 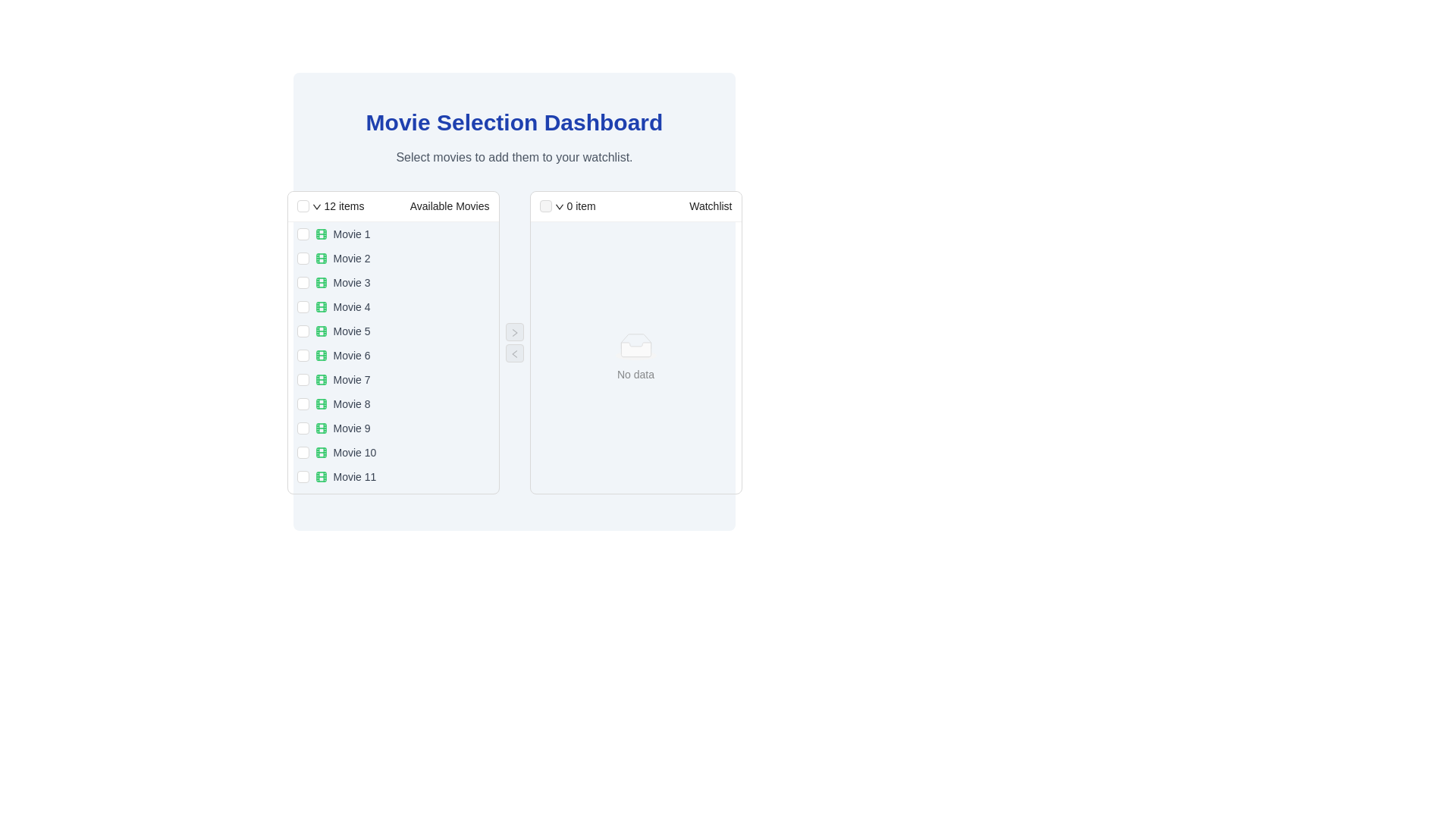 I want to click on the checkbox of the fifth list item in the 'Available Movies' panel, so click(x=393, y=330).